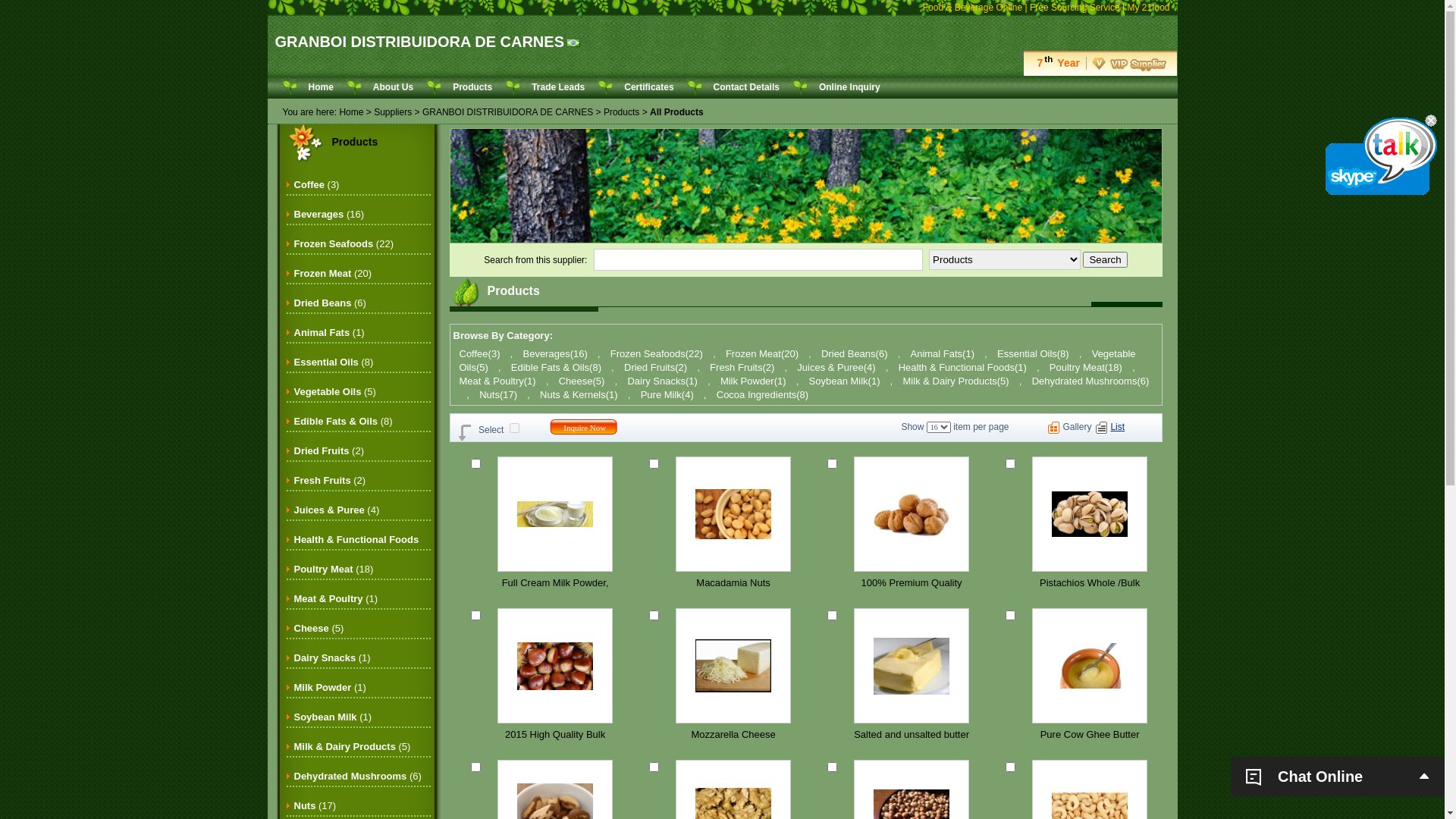 This screenshot has height=819, width=1456. What do you see at coordinates (294, 243) in the screenshot?
I see `'Frozen Seafoods (22)'` at bounding box center [294, 243].